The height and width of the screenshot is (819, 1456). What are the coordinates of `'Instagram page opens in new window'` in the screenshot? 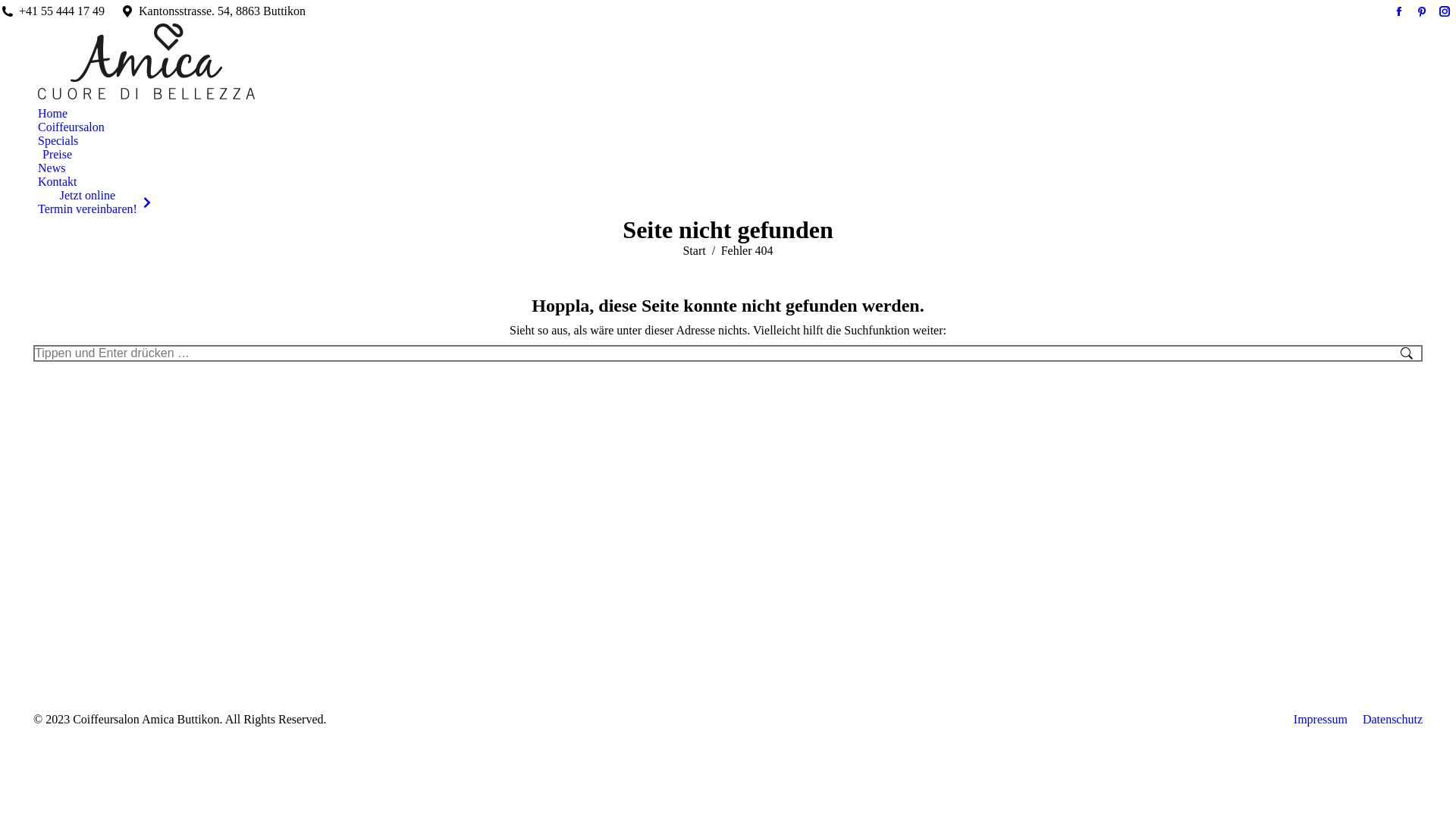 It's located at (1444, 11).